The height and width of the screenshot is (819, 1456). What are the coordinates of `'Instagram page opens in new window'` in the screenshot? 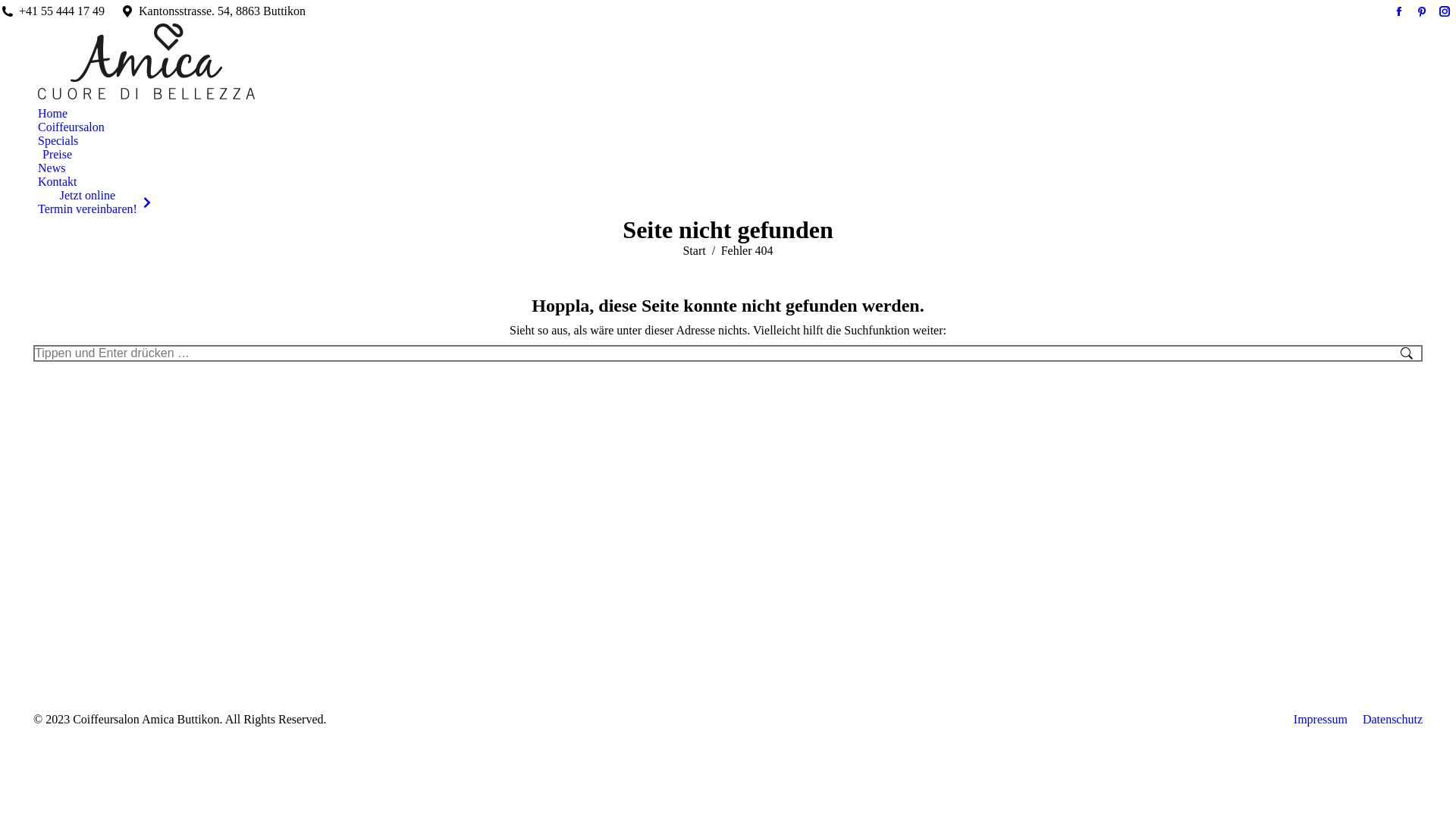 It's located at (1444, 11).